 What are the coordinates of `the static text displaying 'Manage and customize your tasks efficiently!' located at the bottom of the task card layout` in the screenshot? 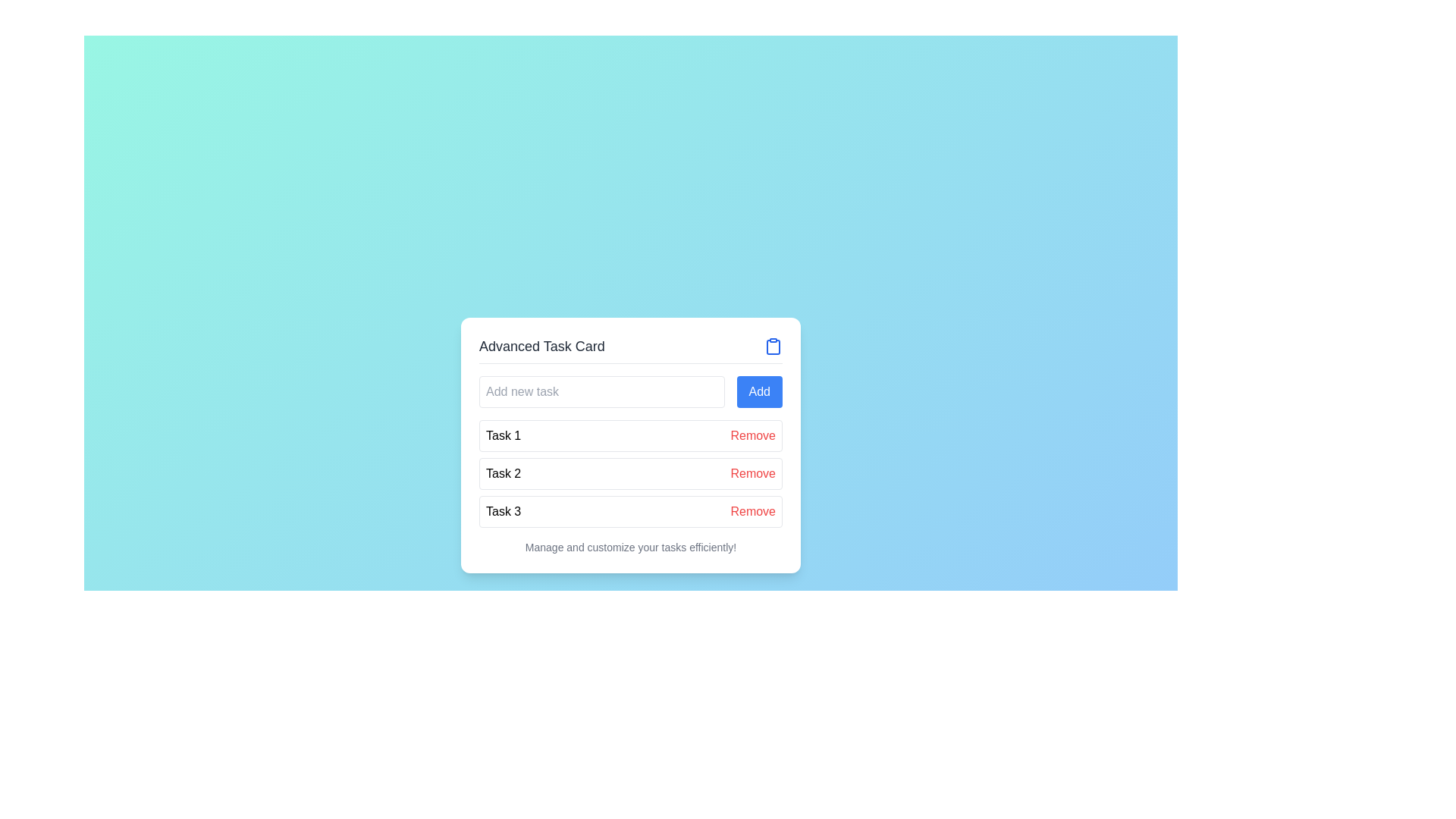 It's located at (630, 547).